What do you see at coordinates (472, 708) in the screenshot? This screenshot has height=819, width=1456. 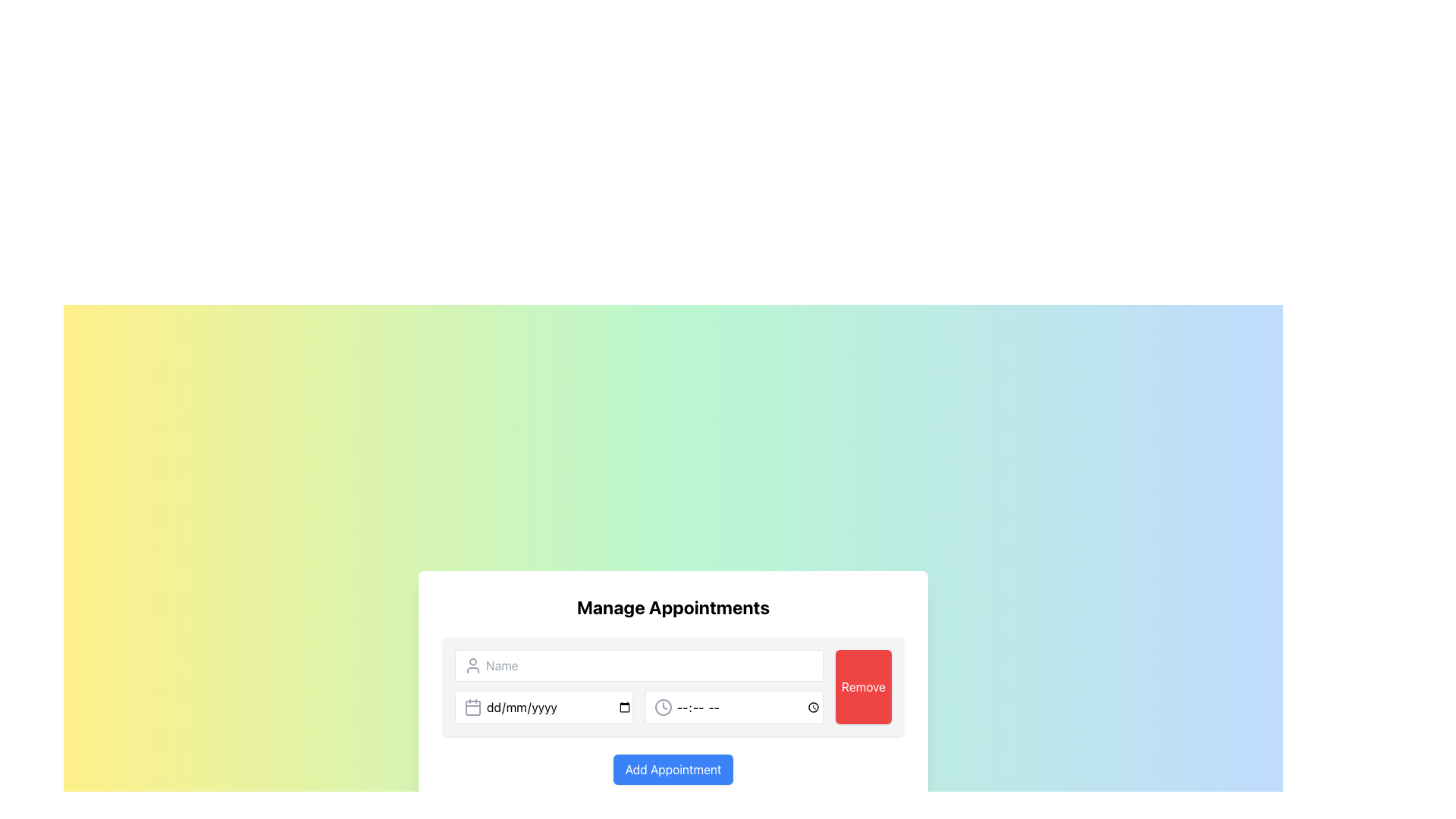 I see `the calendar icon` at bounding box center [472, 708].